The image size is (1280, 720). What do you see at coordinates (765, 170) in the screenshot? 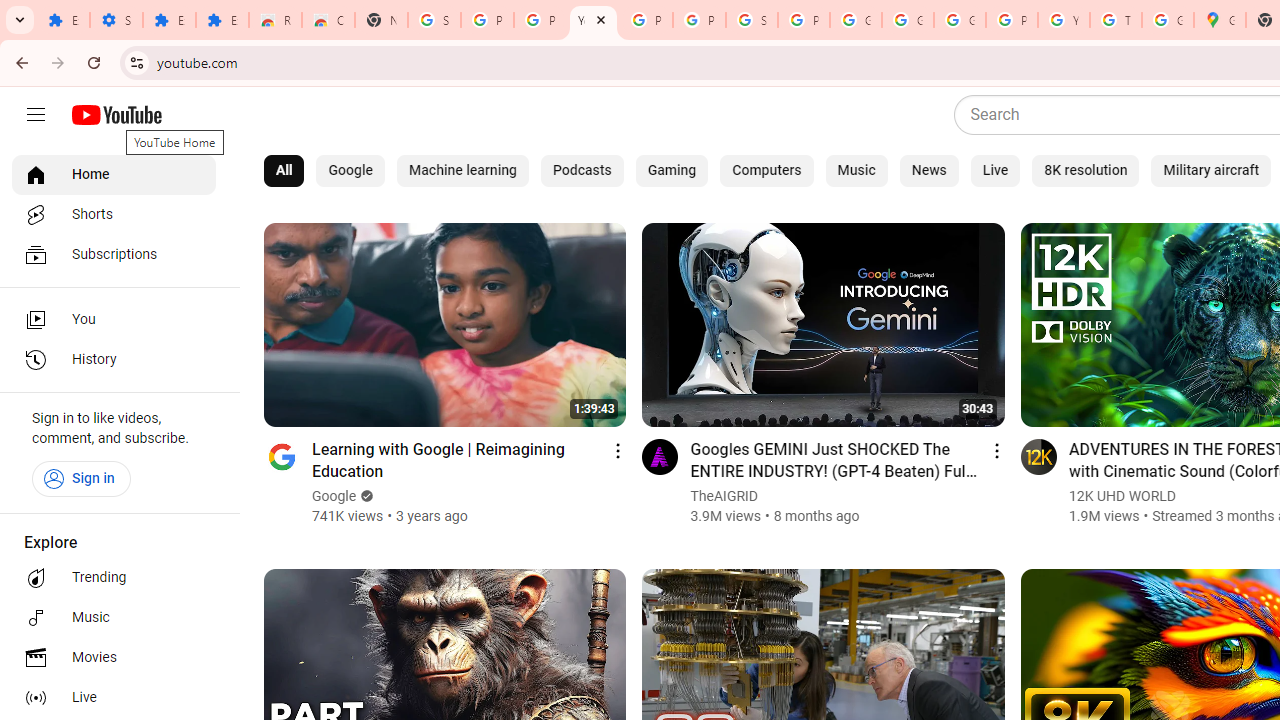
I see `'Computers'` at bounding box center [765, 170].